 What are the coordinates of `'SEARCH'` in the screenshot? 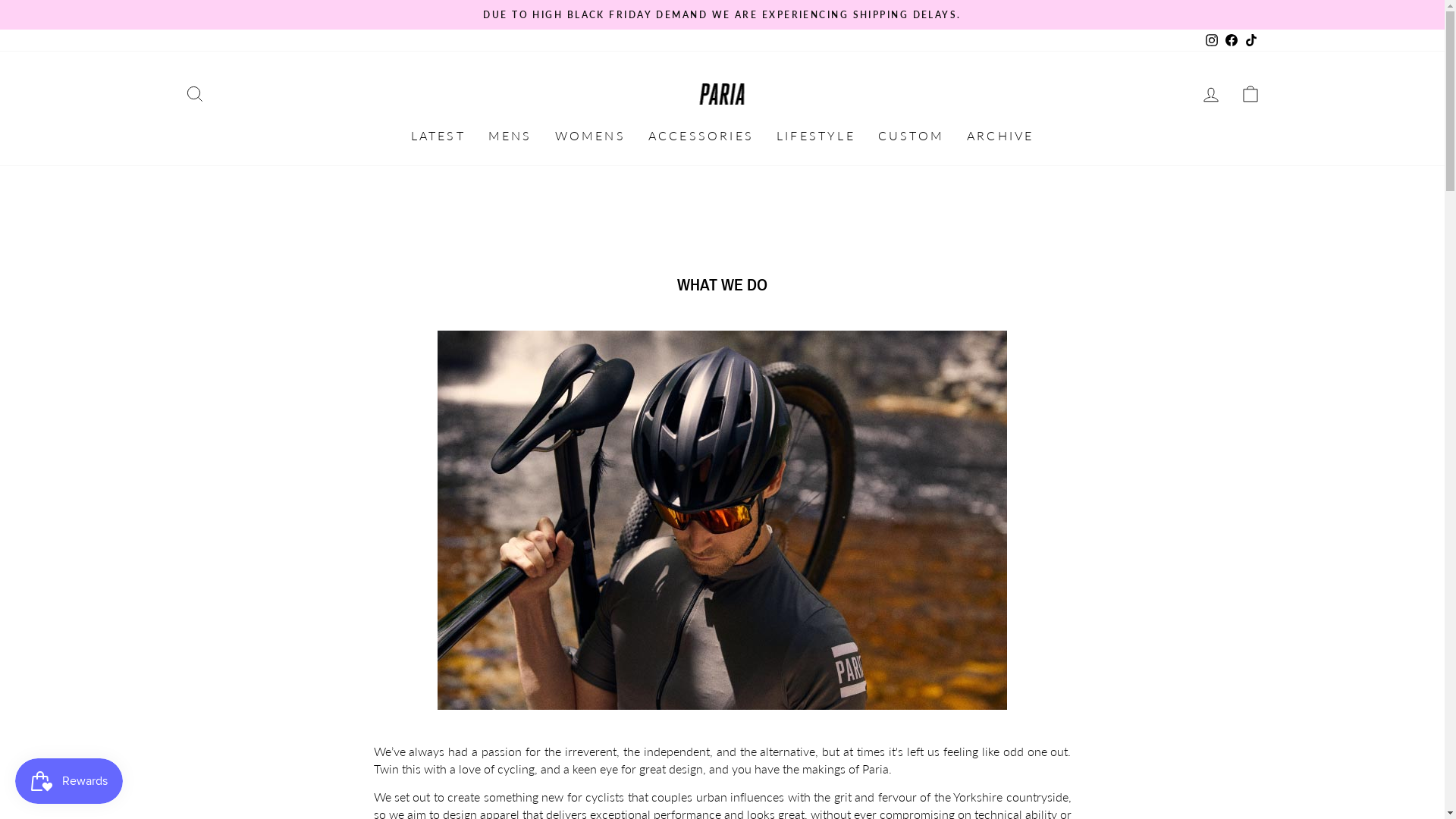 It's located at (193, 94).